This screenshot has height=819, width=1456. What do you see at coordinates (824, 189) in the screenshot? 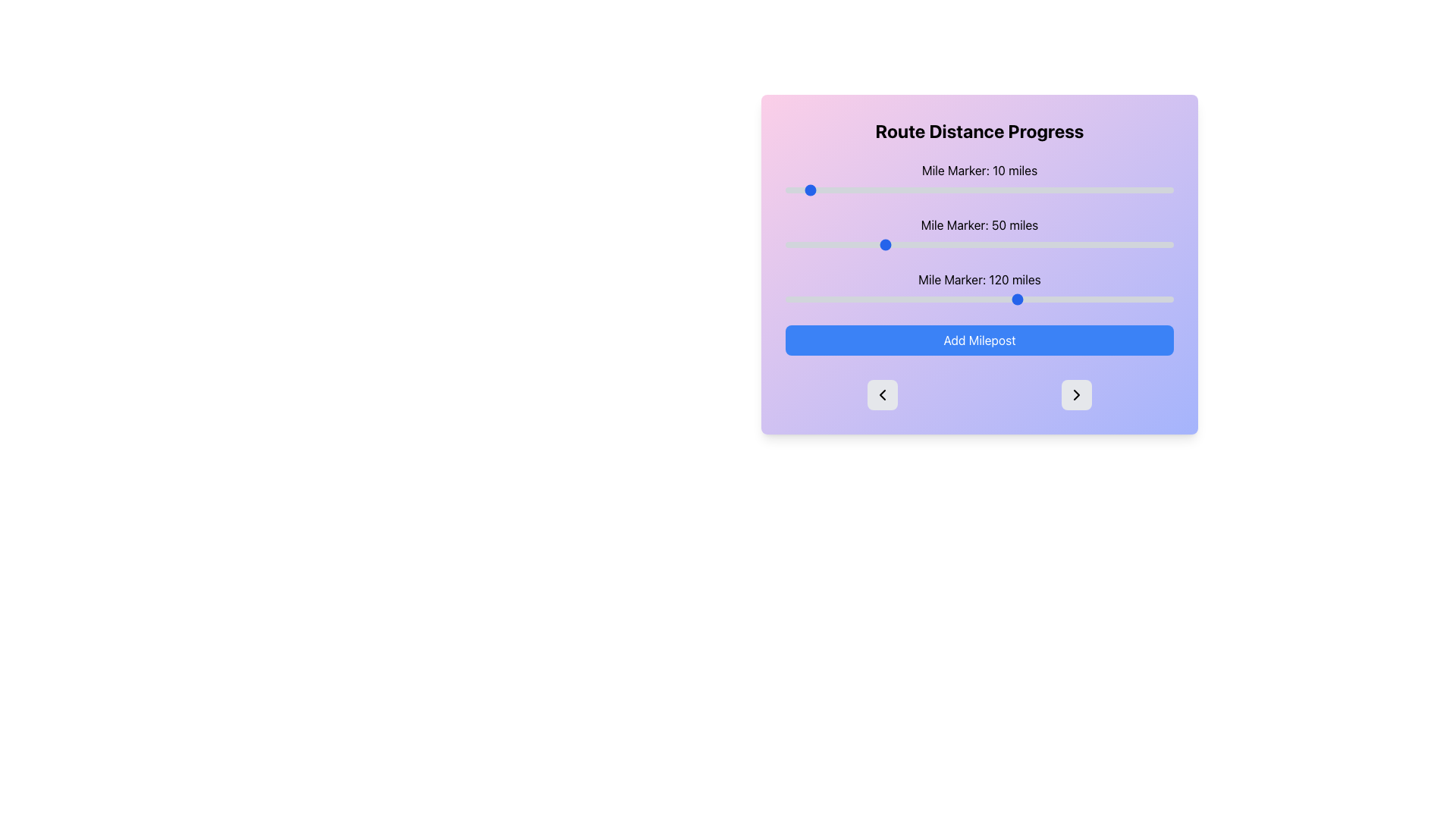
I see `the slider` at bounding box center [824, 189].